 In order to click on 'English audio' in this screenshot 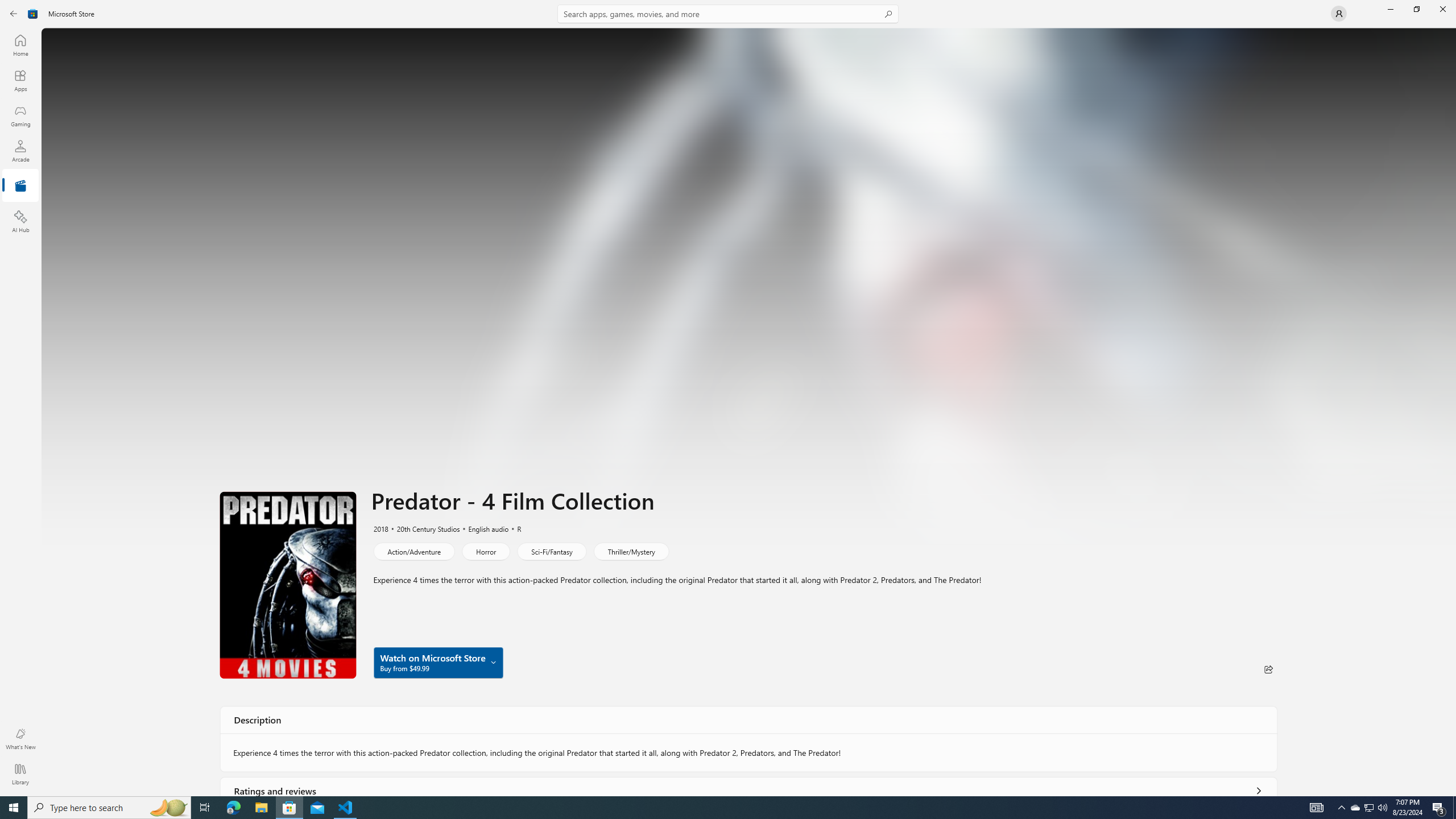, I will do `click(484, 527)`.